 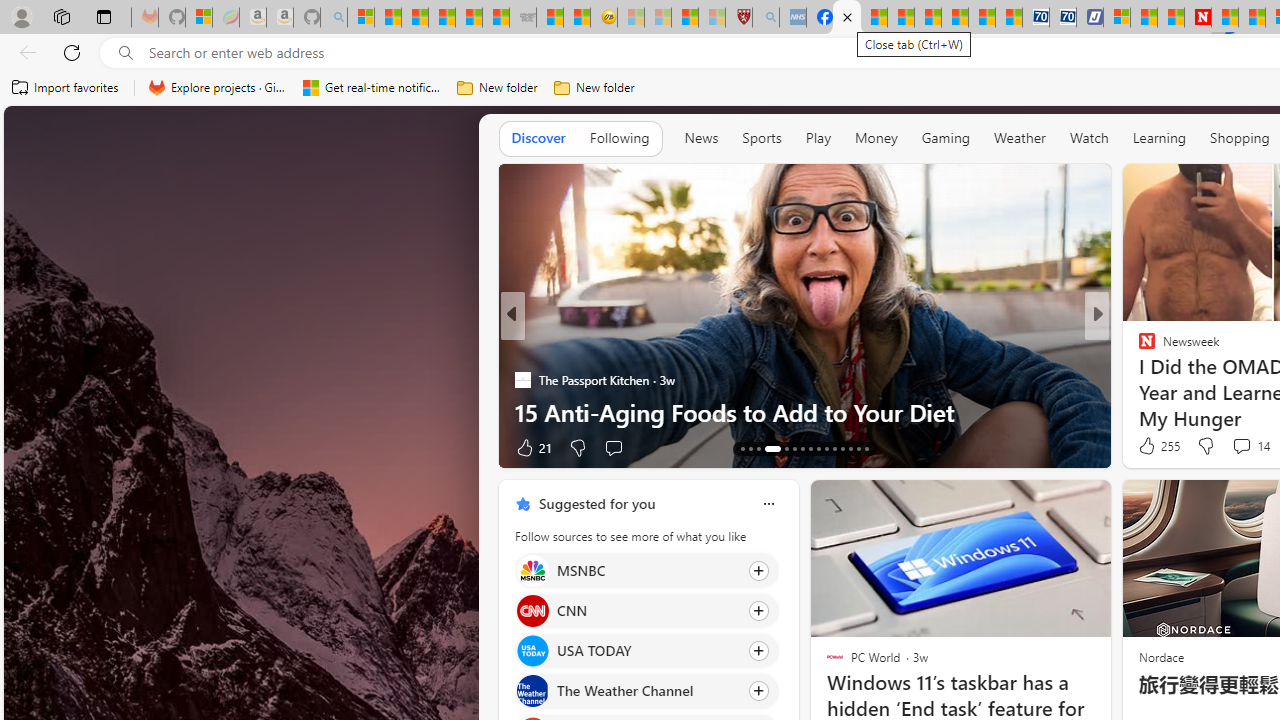 I want to click on 'View comments 228 Comment', so click(x=1227, y=446).